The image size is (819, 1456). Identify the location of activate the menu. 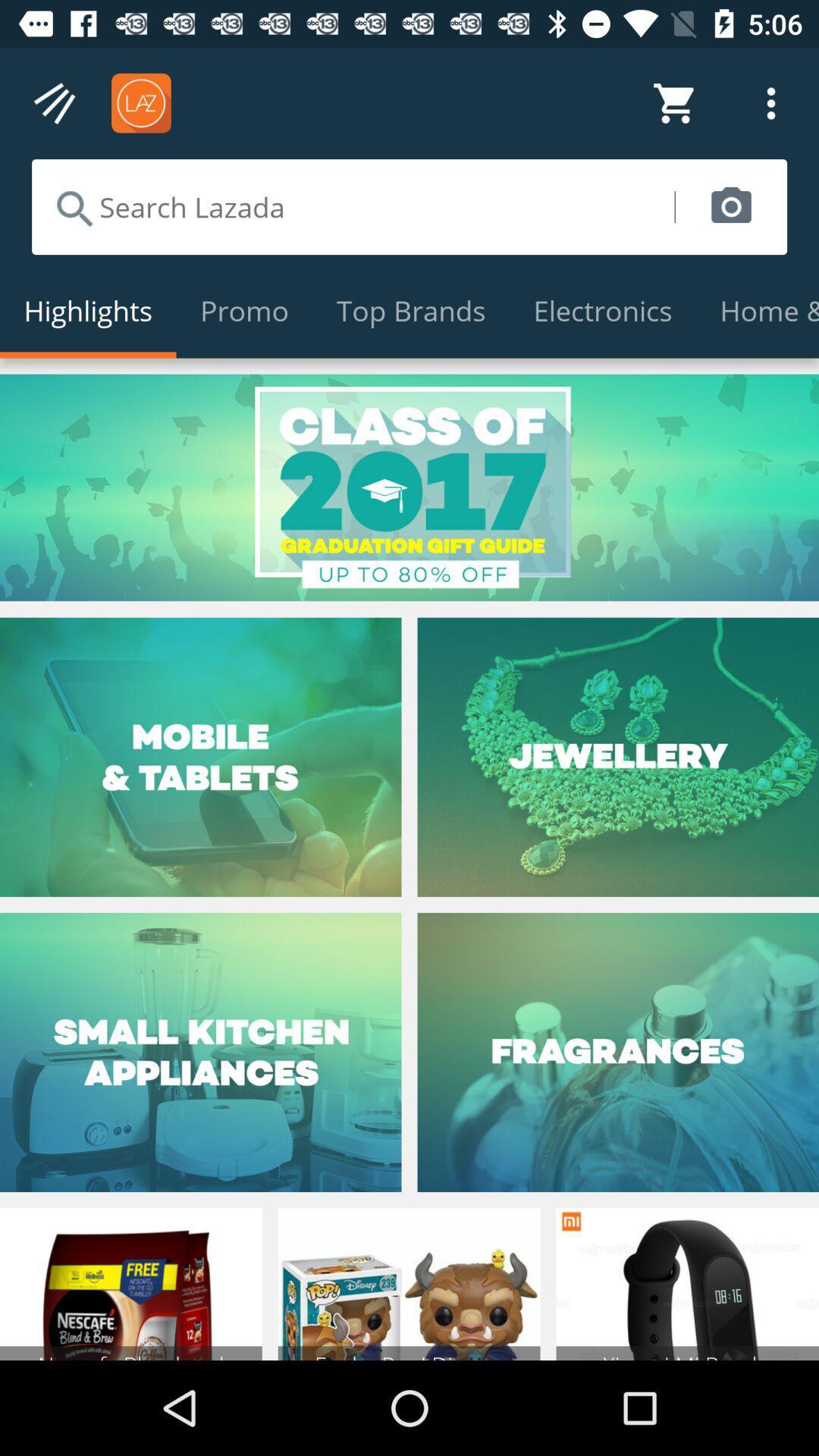
(55, 102).